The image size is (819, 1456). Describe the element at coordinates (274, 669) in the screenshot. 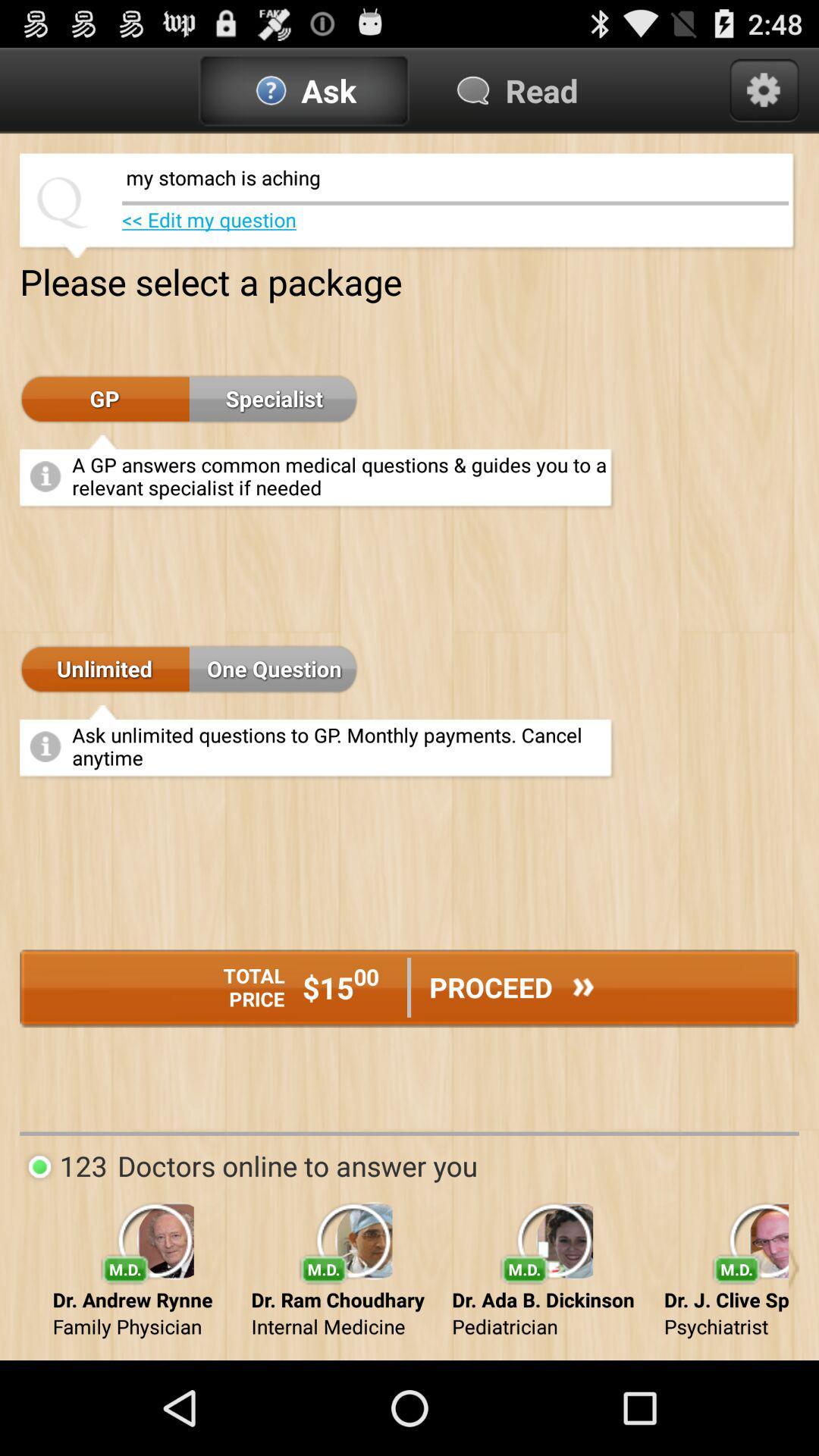

I see `one question` at that location.